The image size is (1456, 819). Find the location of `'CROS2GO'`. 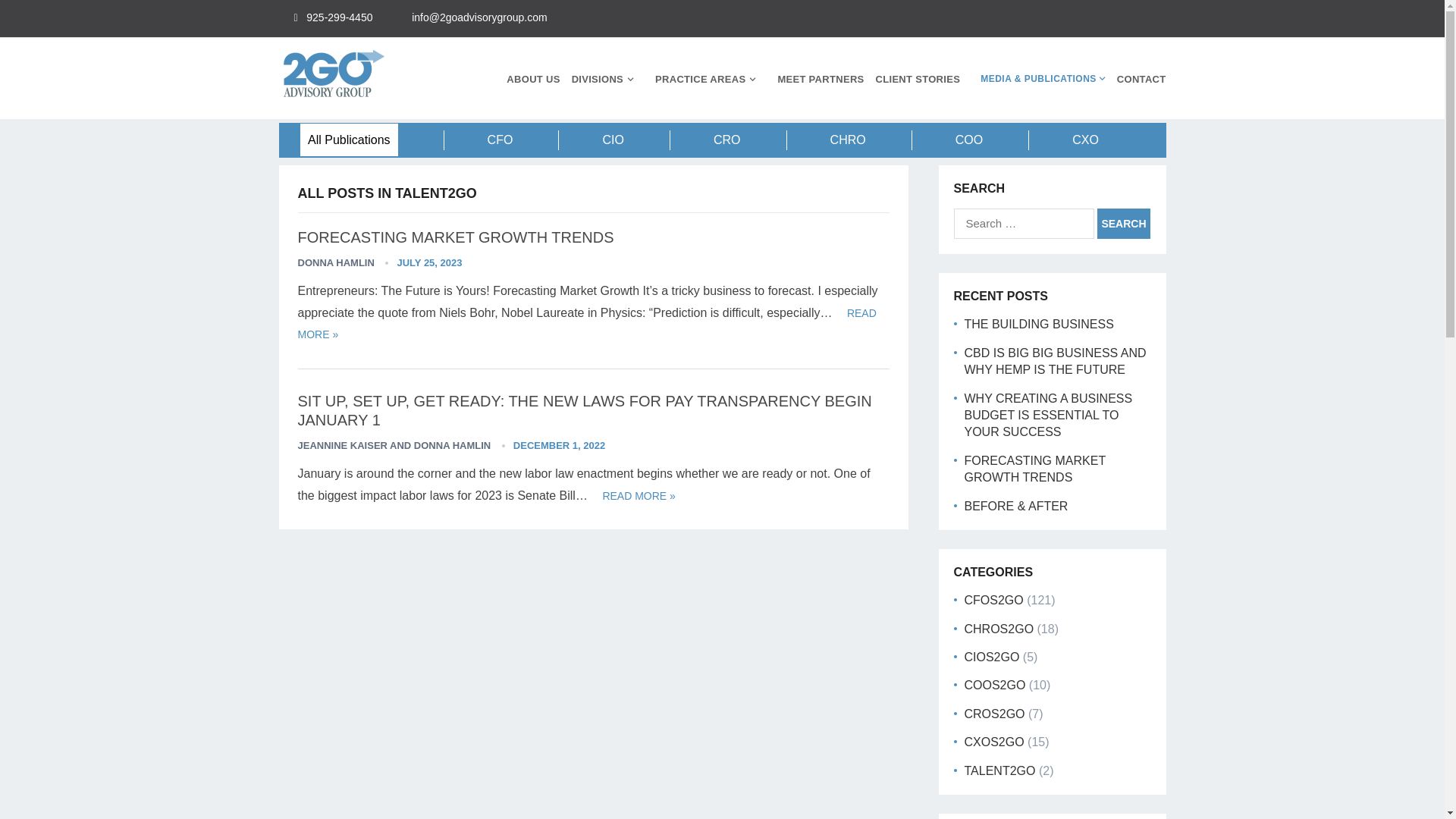

'CROS2GO' is located at coordinates (964, 714).